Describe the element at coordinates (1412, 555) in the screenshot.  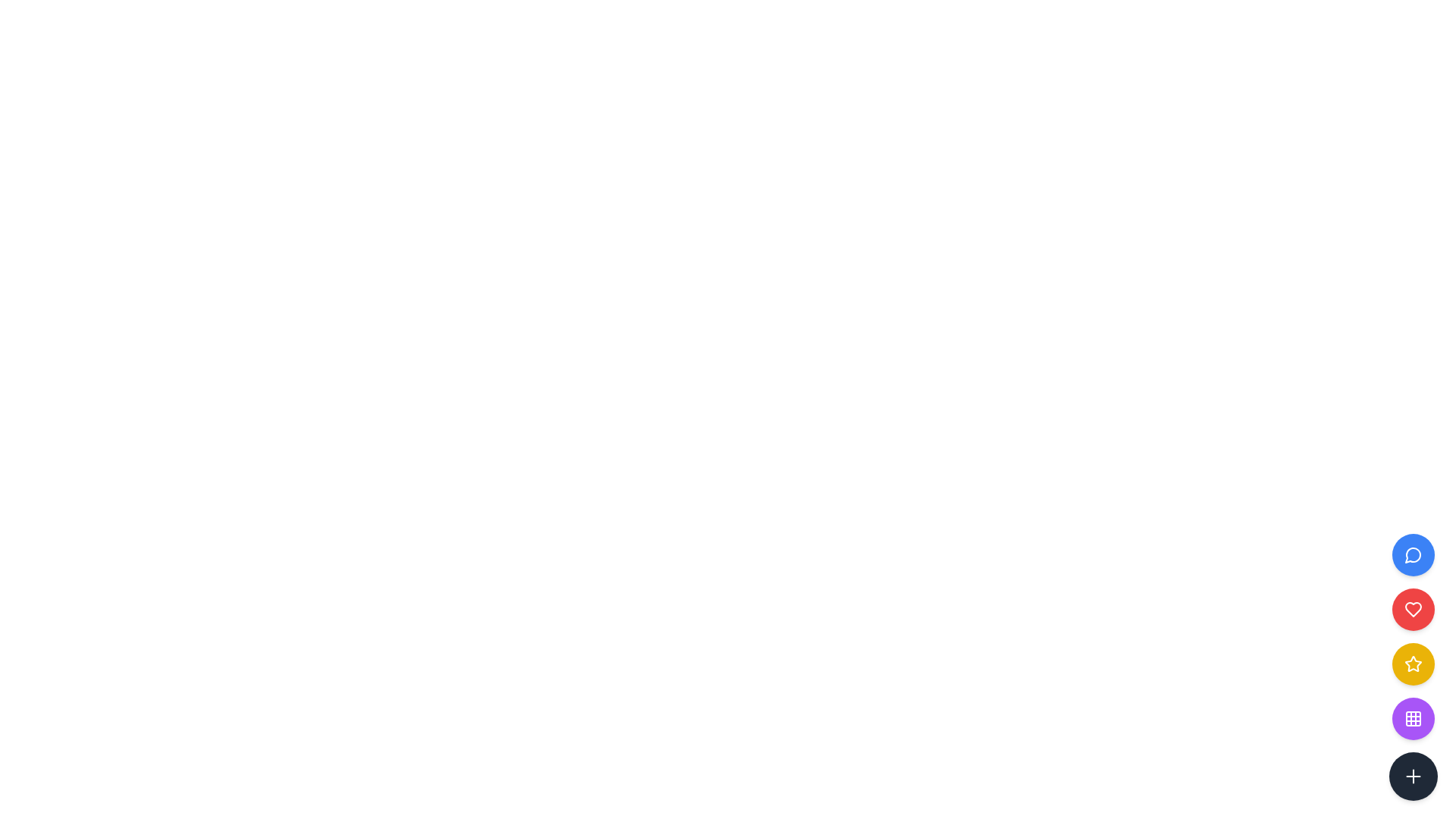
I see `the circular blue button with a white border and a chat bubble icon in the center, located at the top of a vertical stack of buttons` at that location.